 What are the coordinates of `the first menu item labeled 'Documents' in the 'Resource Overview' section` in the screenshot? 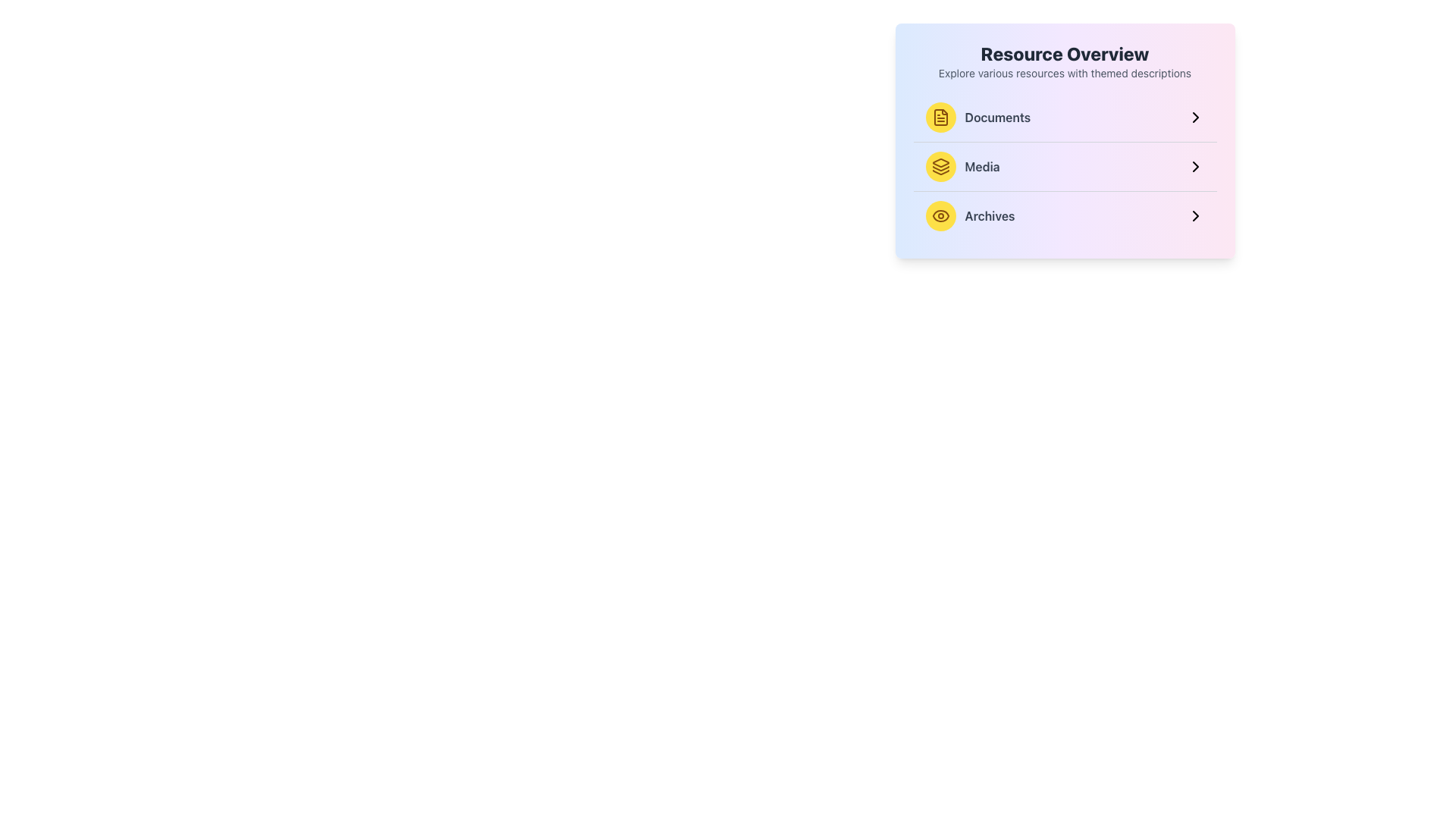 It's located at (977, 116).